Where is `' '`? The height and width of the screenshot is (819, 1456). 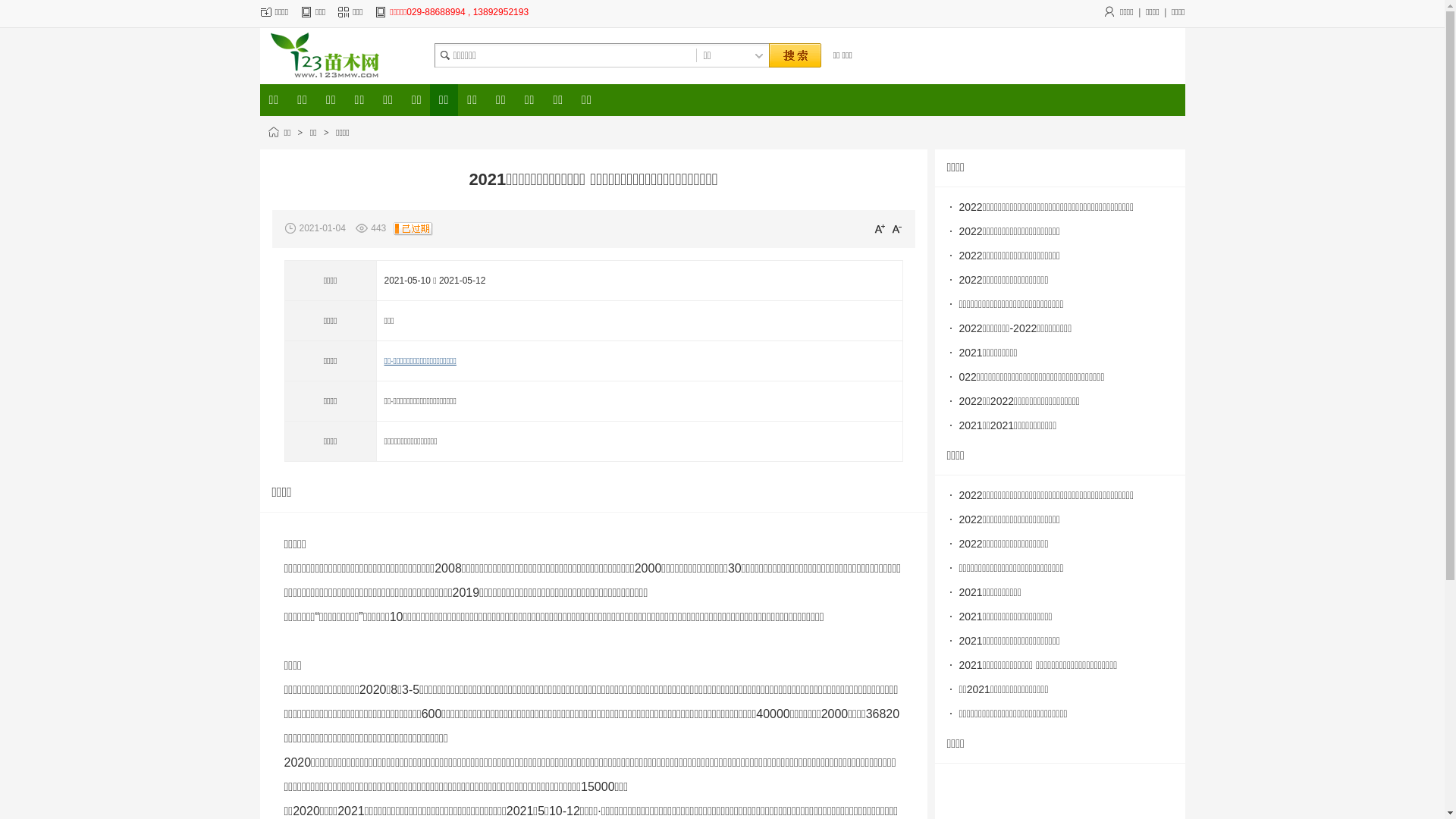 ' ' is located at coordinates (792, 55).